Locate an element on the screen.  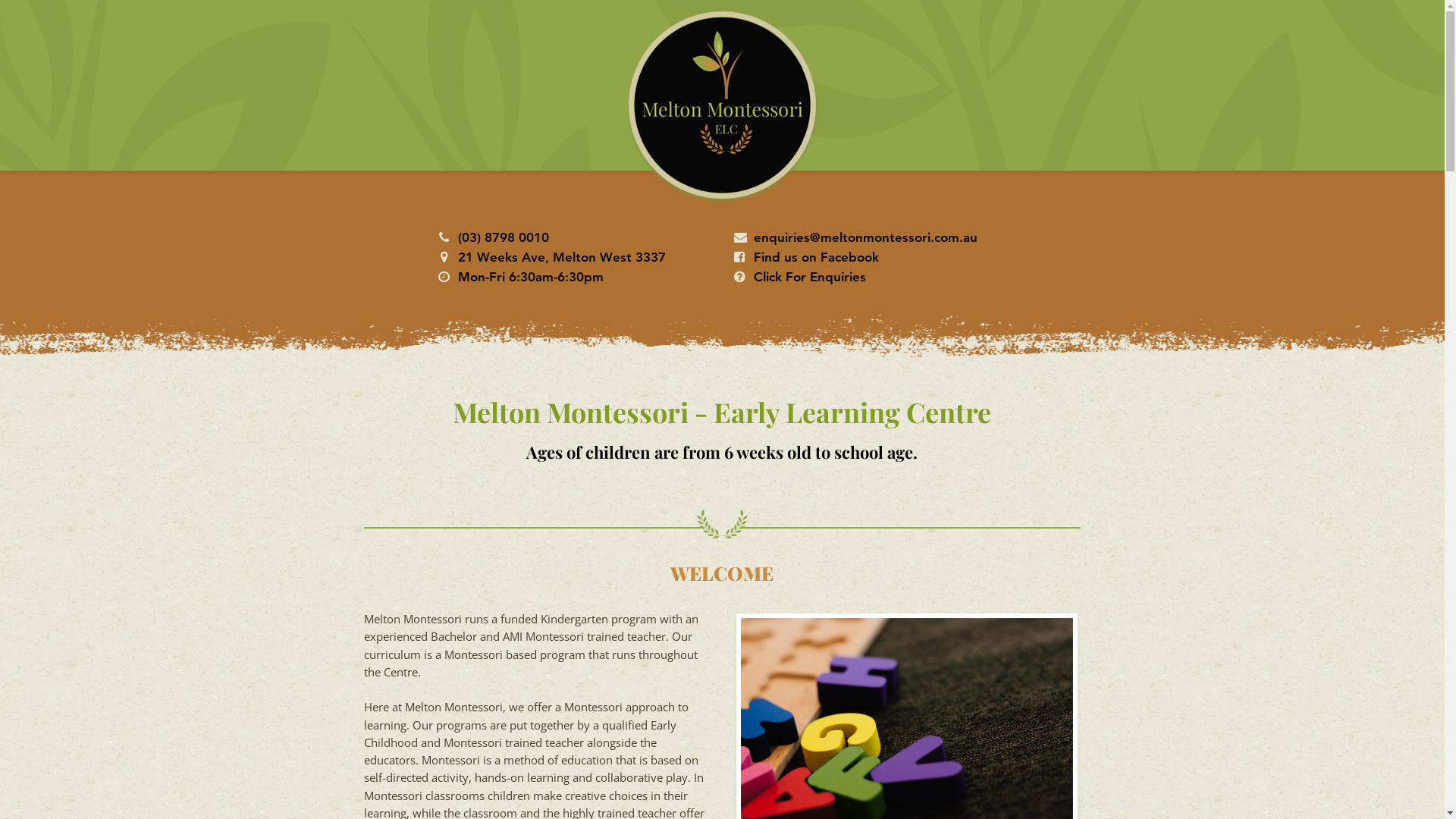
'enquiries@meltonmontessori.com.au' is located at coordinates (865, 237).